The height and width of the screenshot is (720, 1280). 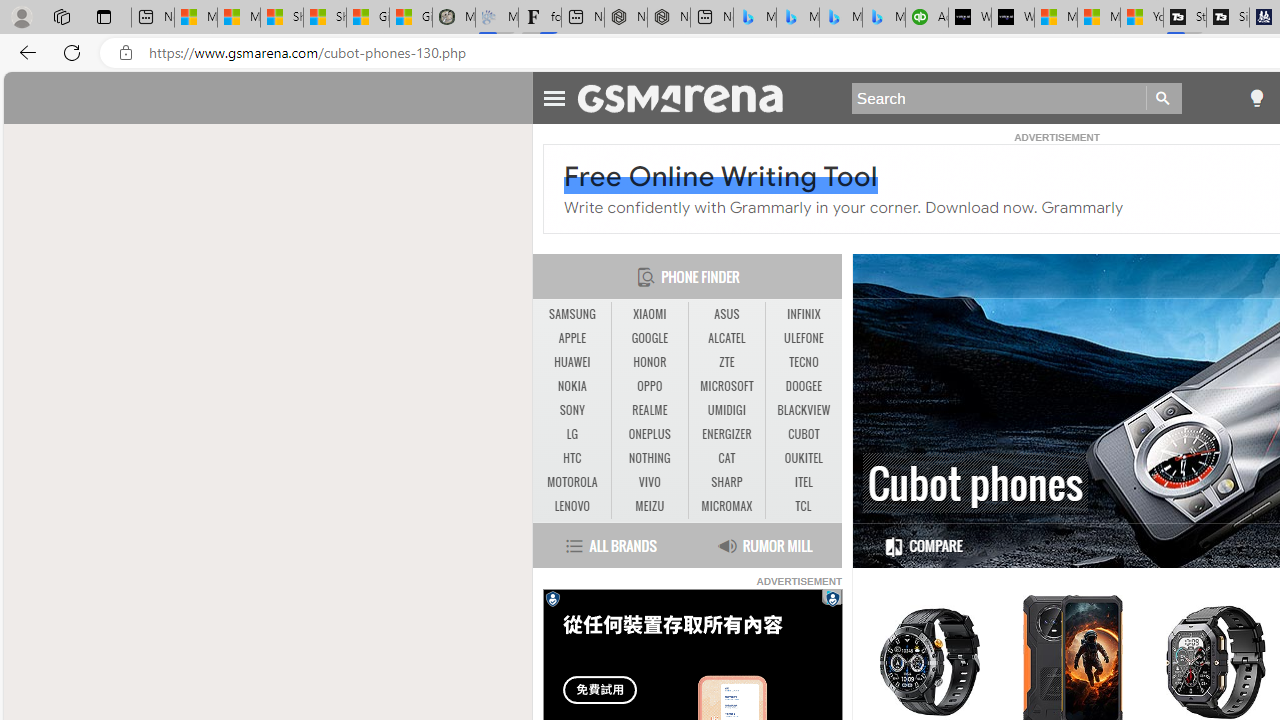 I want to click on 'MICROSOFT', so click(x=726, y=386).